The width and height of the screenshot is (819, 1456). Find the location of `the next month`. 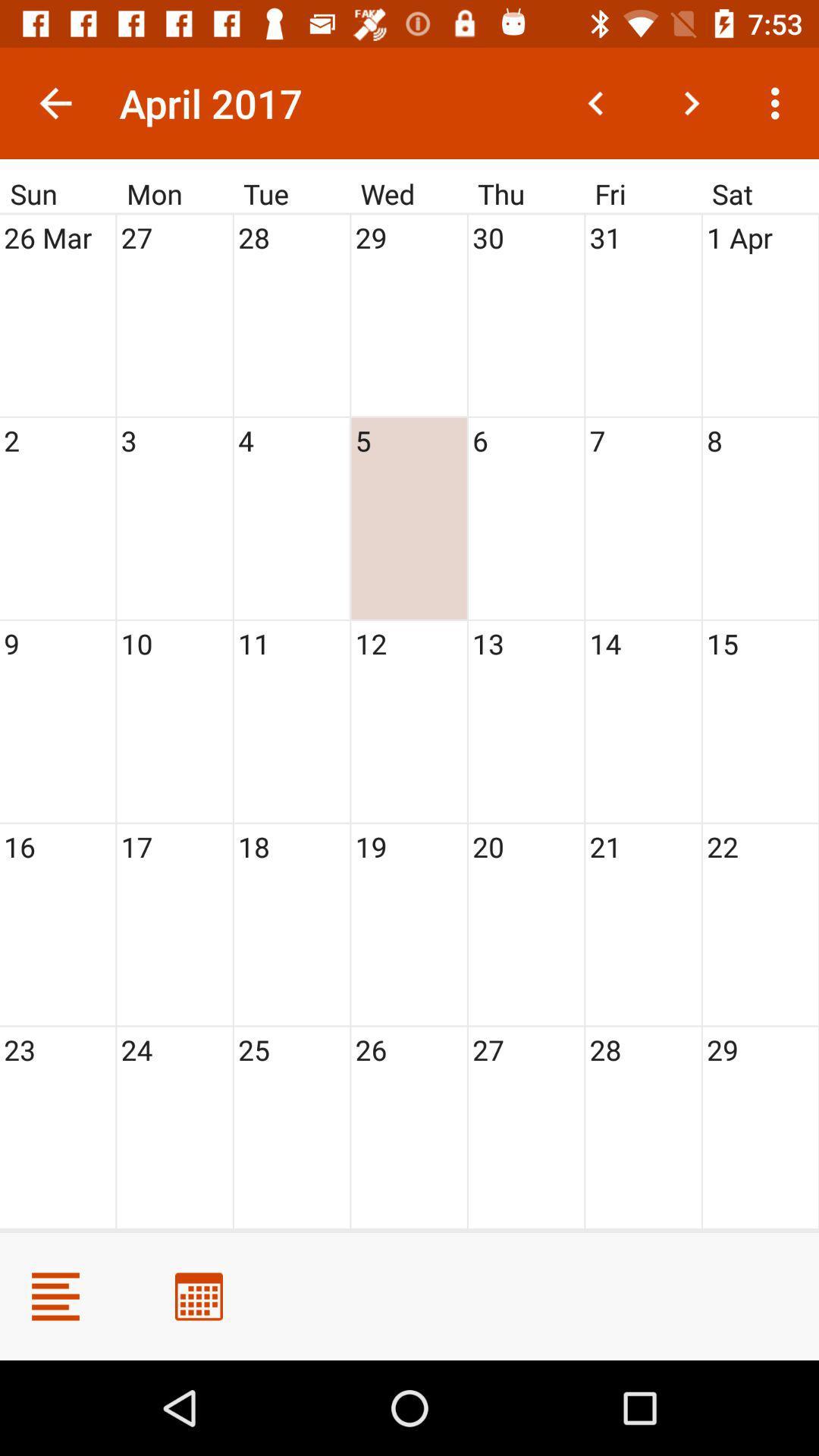

the next month is located at coordinates (691, 102).